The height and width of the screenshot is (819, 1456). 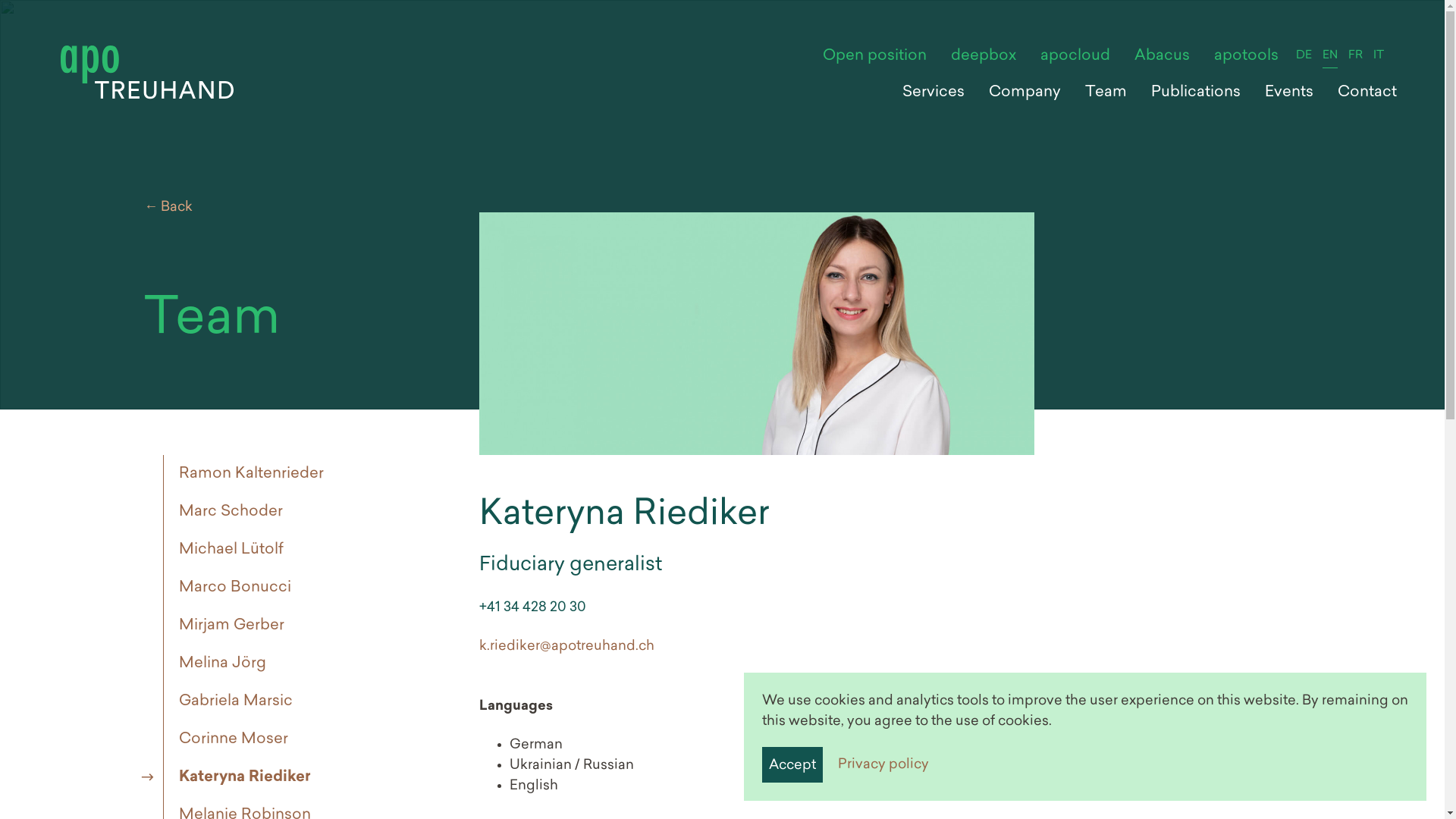 I want to click on 'Services', so click(x=932, y=93).